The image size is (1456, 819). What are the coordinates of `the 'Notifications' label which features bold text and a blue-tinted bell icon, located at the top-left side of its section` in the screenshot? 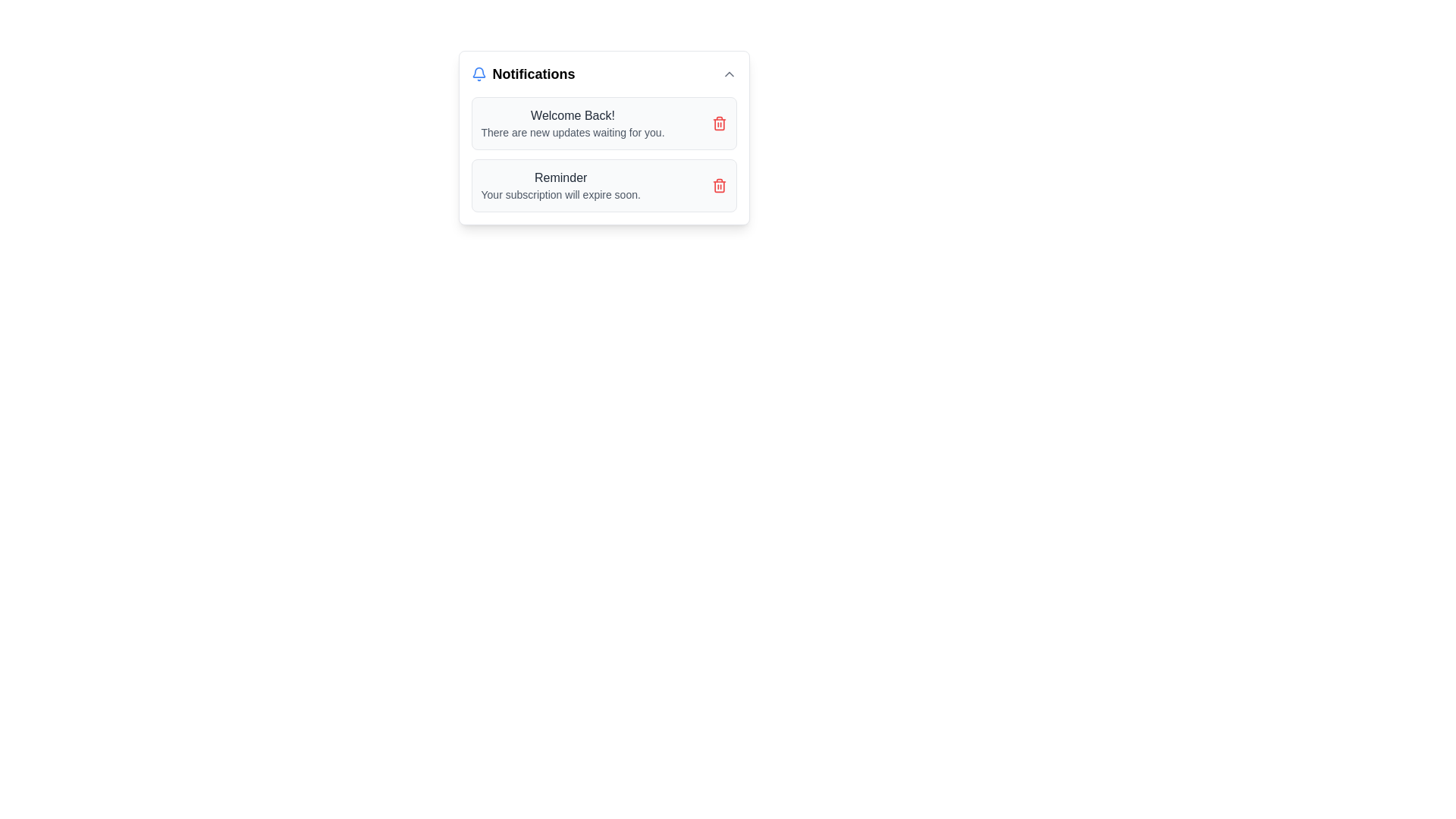 It's located at (523, 74).